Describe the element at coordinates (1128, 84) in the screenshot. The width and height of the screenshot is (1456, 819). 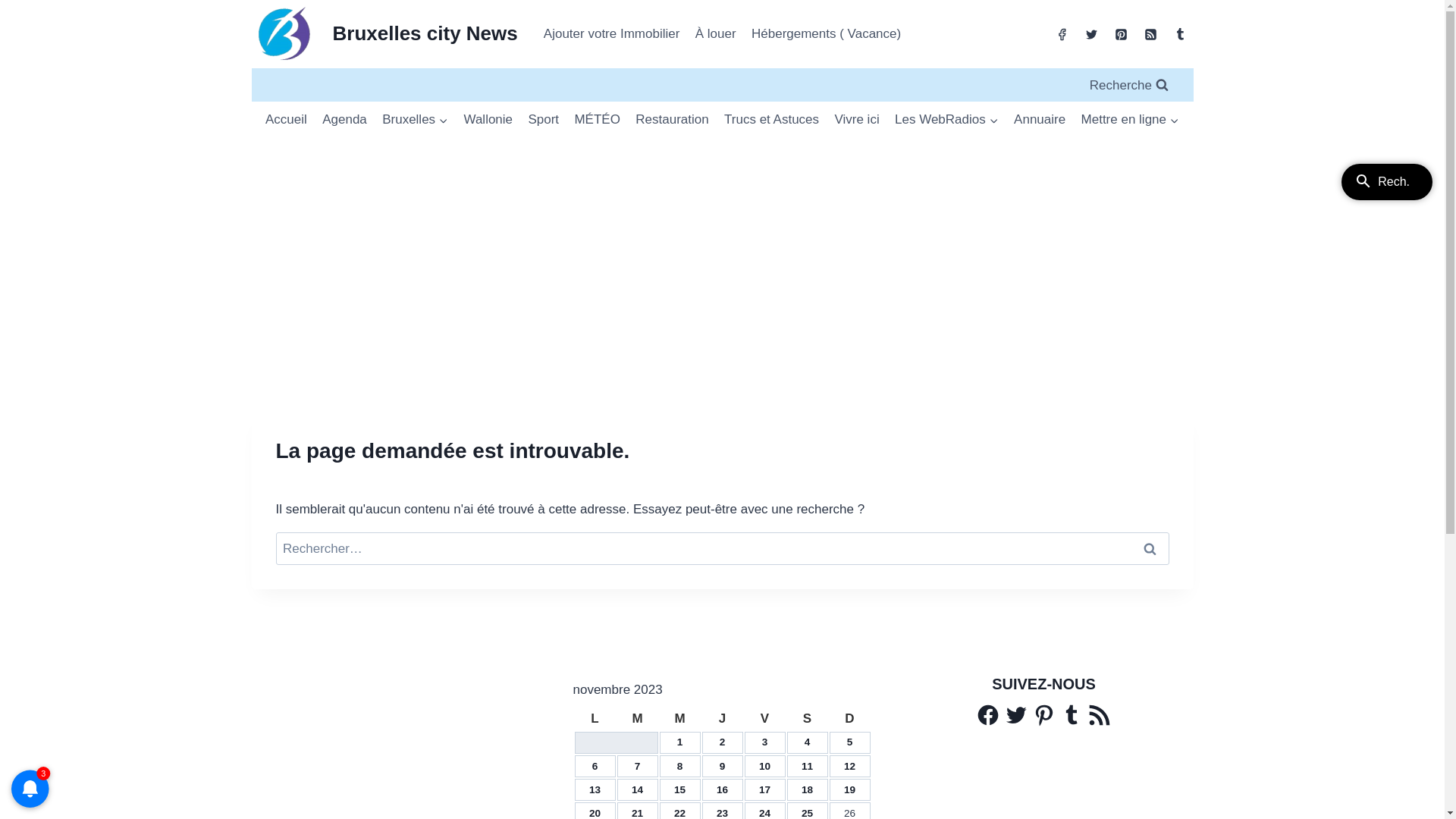
I see `'Recherche'` at that location.